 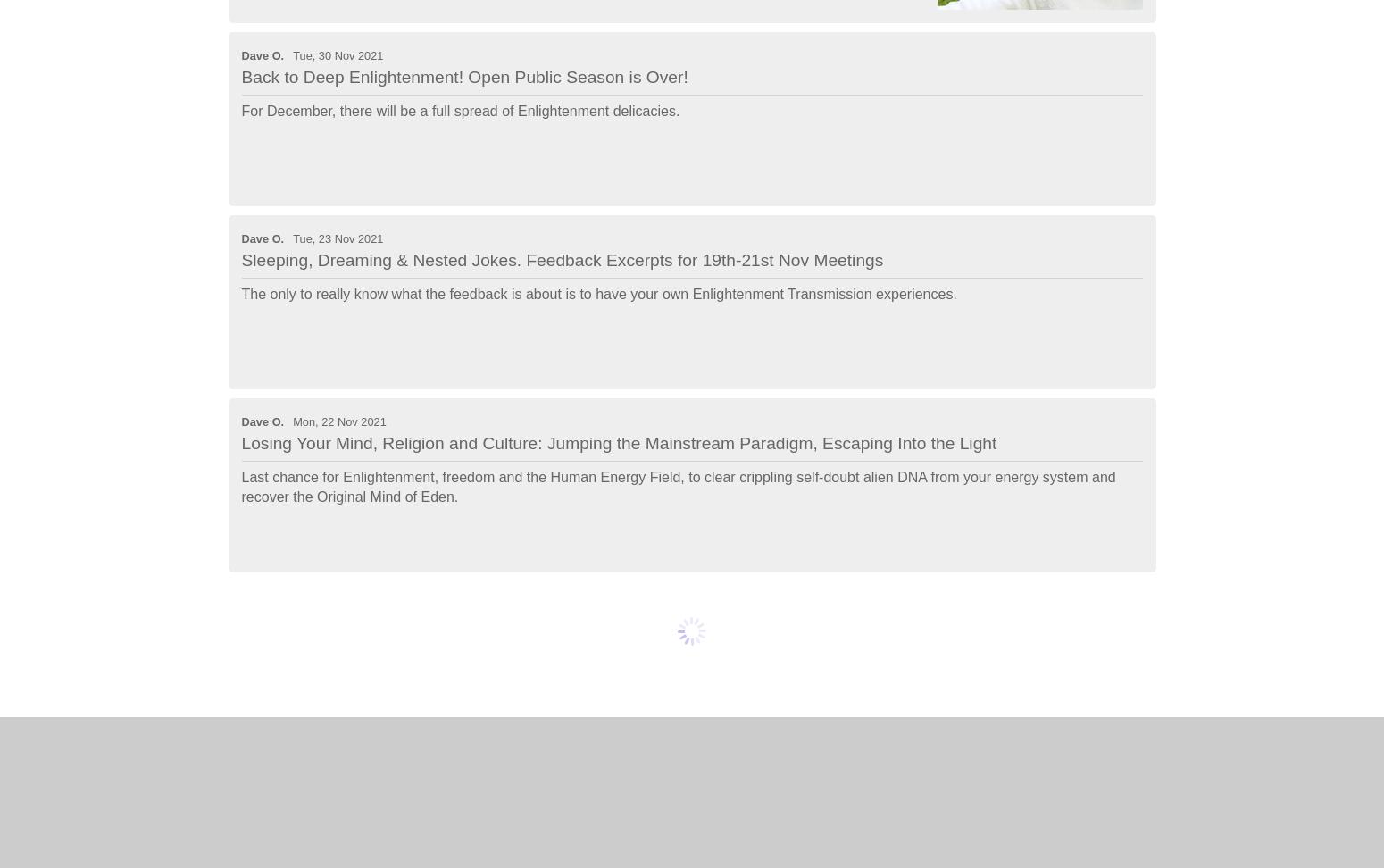 I want to click on 'Tue, 23 Nov 2021', so click(x=337, y=238).